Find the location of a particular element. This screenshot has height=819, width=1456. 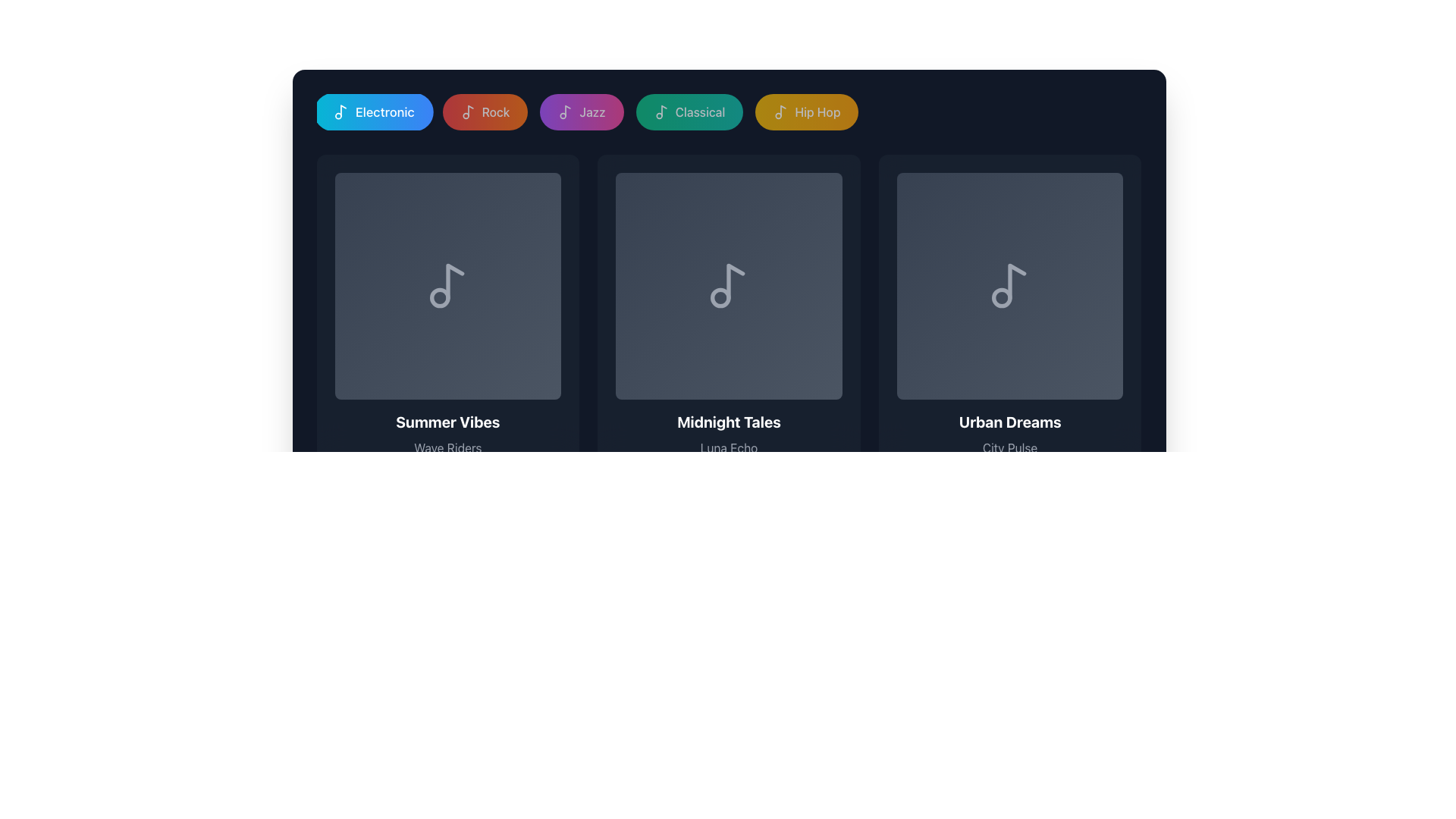

informative text block titled 'Urban Dreams' located in the bottom-right region of the third visual card, which includes the subtitle 'City Pulse' and lists duration and track count is located at coordinates (1010, 444).